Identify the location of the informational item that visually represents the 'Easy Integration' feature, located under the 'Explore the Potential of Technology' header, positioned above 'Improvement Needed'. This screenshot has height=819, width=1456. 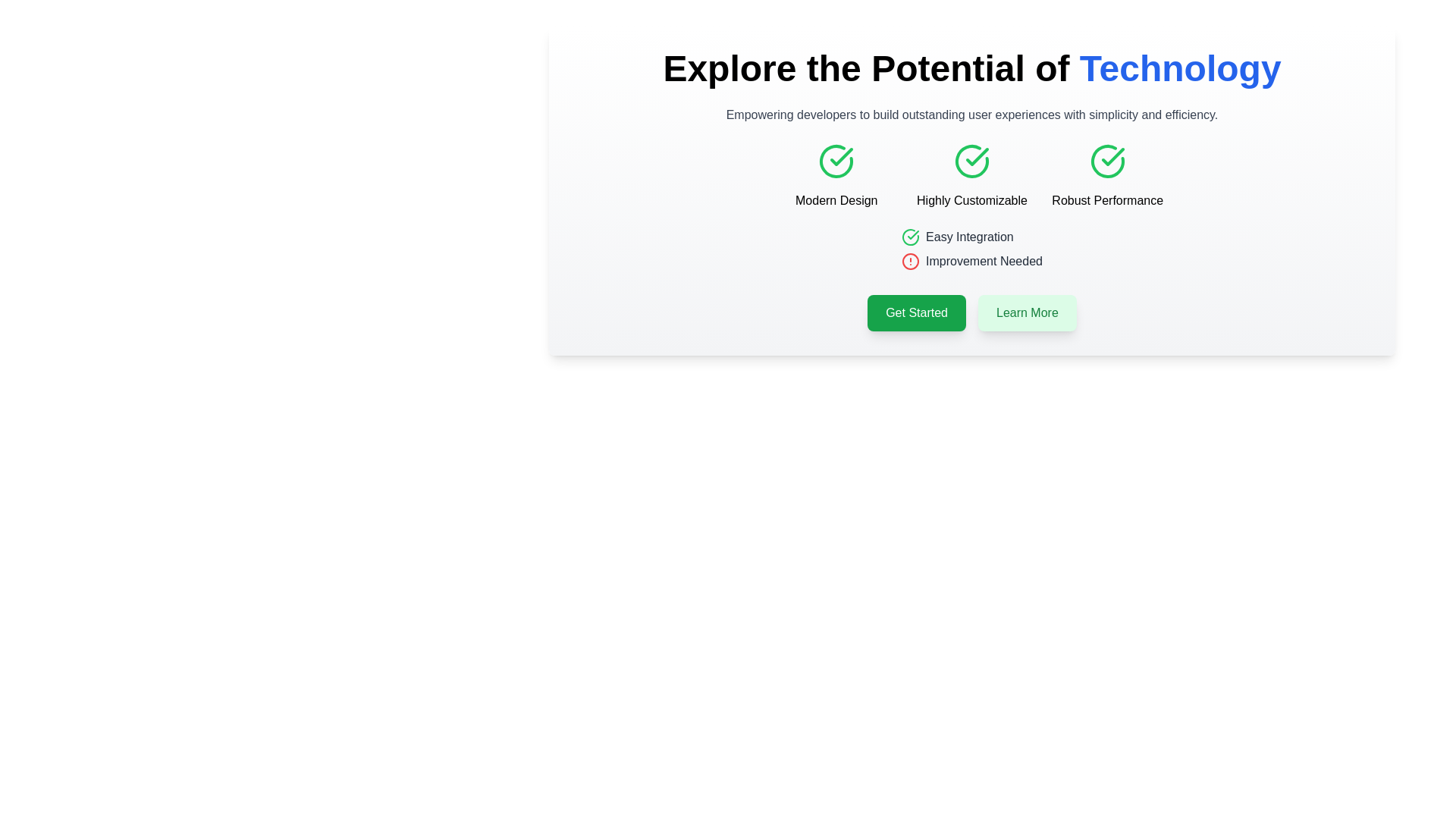
(971, 237).